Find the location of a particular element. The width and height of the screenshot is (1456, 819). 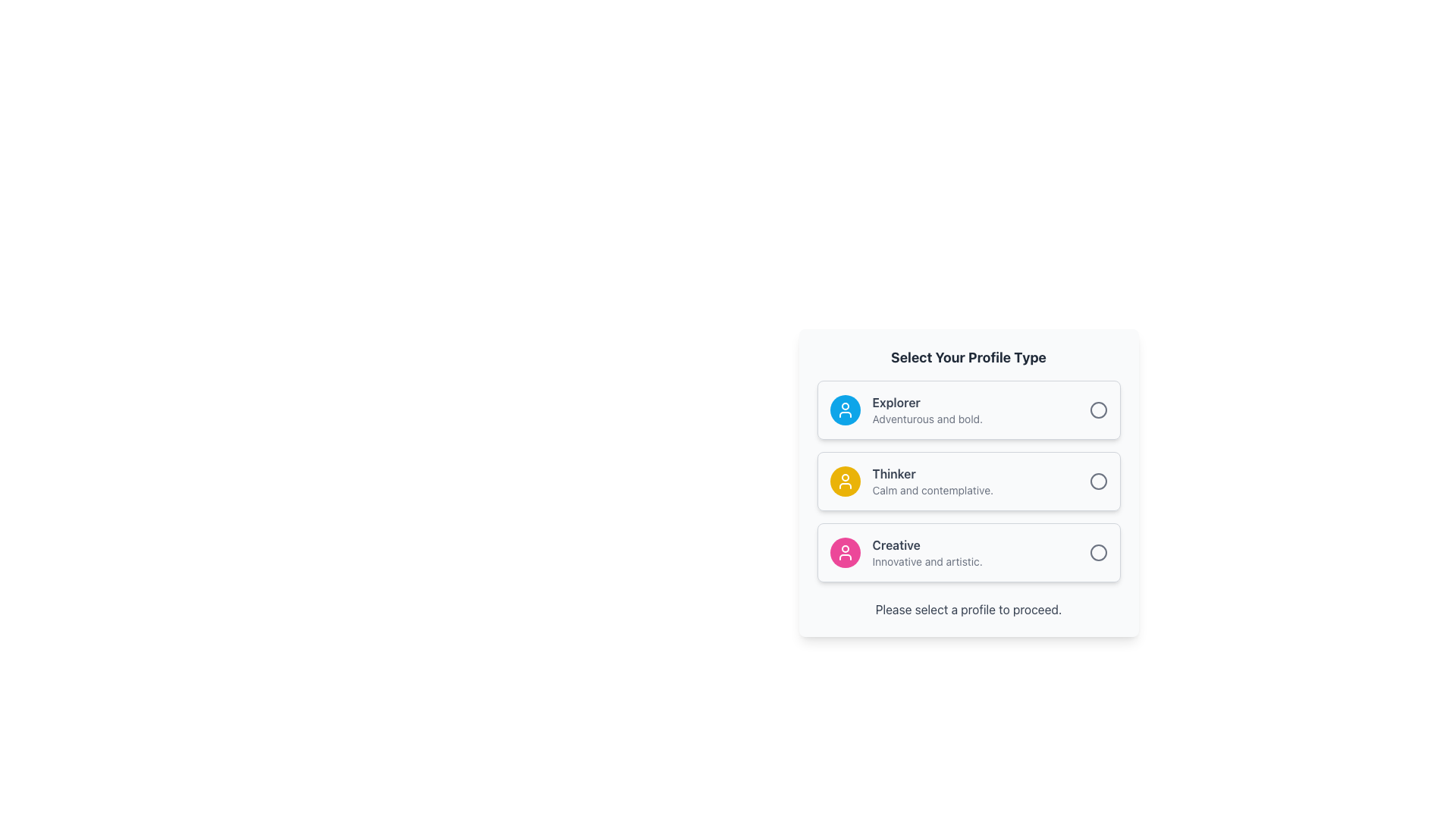

the third selection option labeled 'Creative' with a pink circular icon and a radio button is located at coordinates (968, 553).